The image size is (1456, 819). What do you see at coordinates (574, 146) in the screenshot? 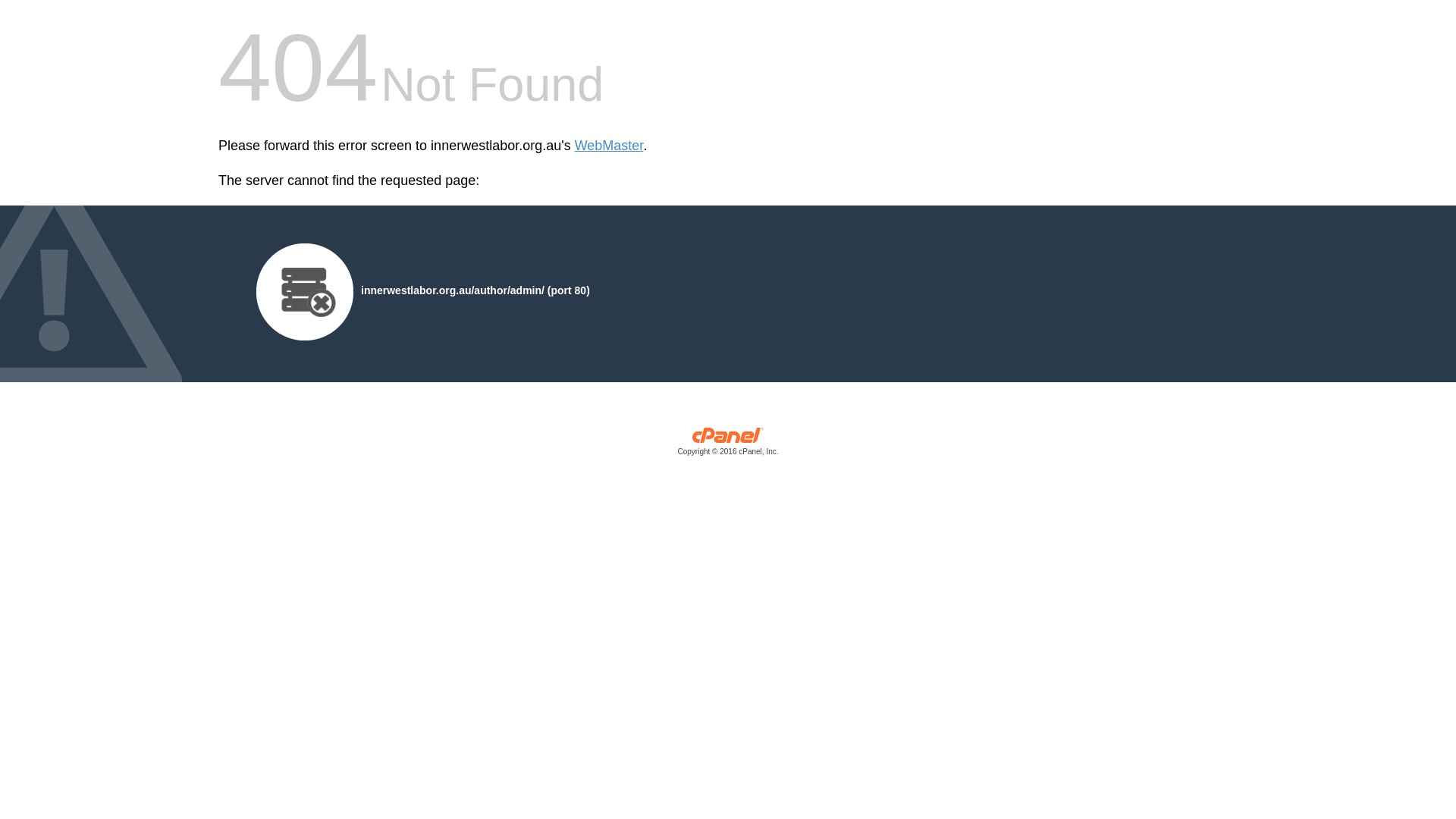
I see `'WebMaster'` at bounding box center [574, 146].